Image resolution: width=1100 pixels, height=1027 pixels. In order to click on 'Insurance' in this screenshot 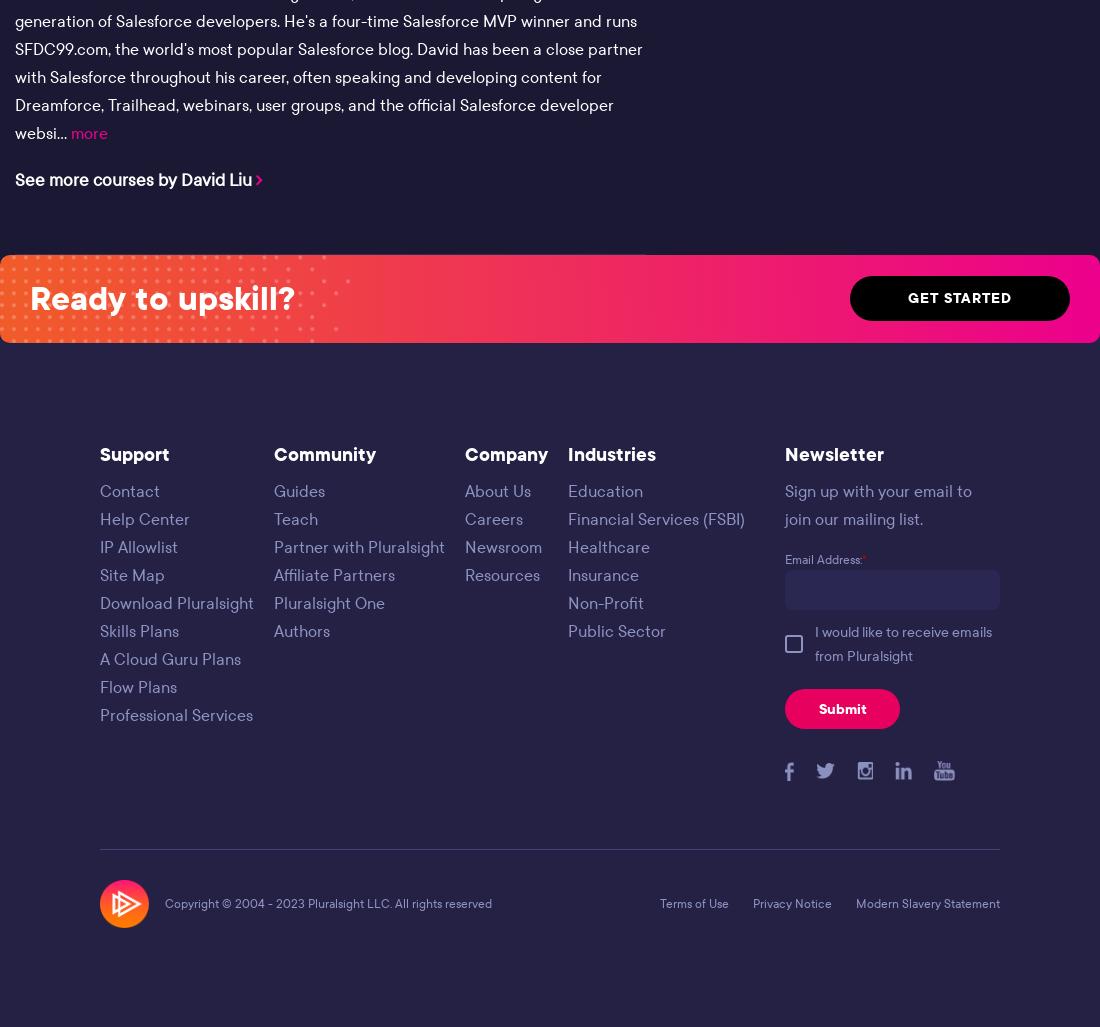, I will do `click(602, 573)`.